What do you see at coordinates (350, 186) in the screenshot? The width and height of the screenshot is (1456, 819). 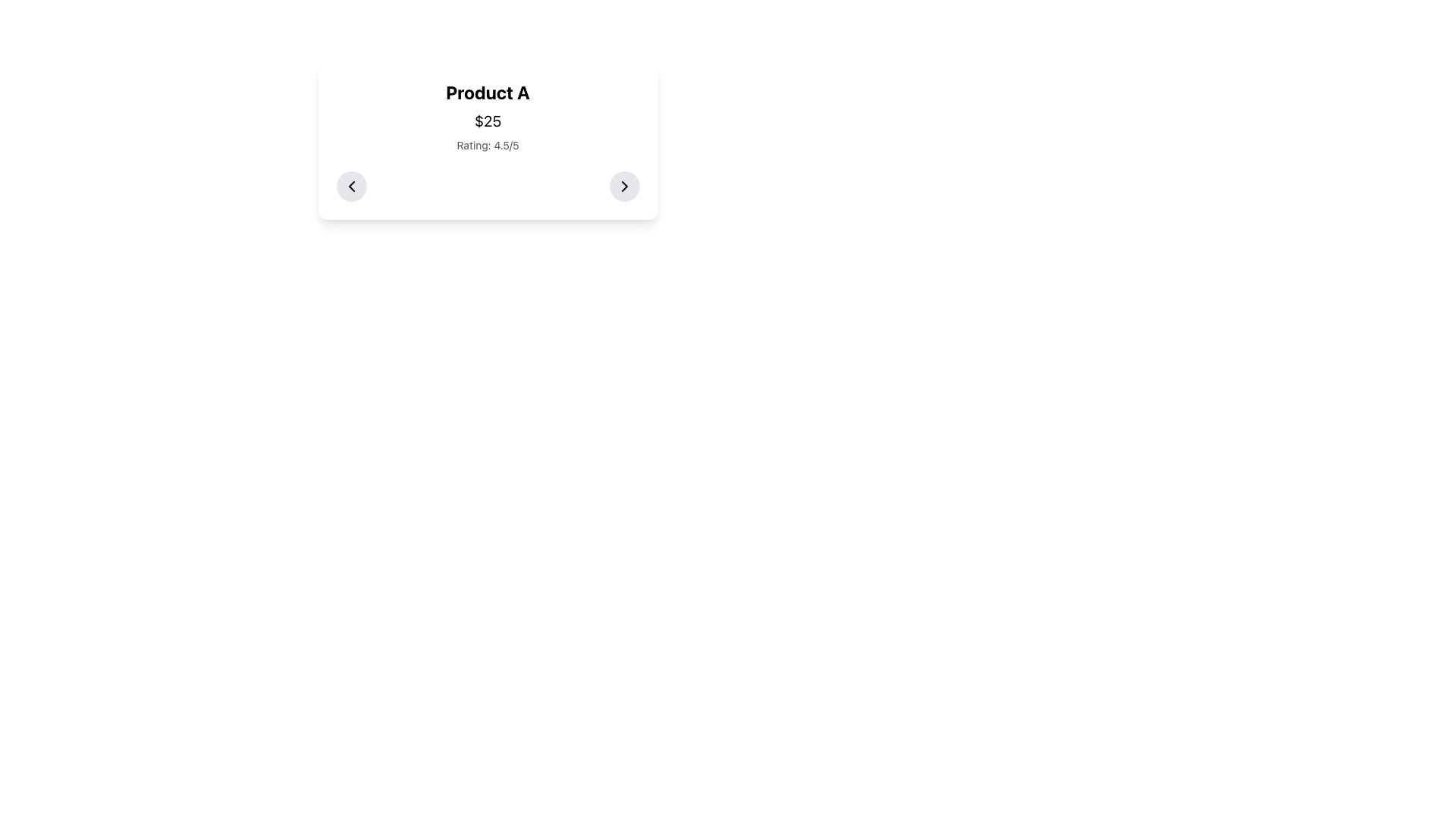 I see `the left-pointing chevron arrow icon inside the circular button with a light gray background` at bounding box center [350, 186].